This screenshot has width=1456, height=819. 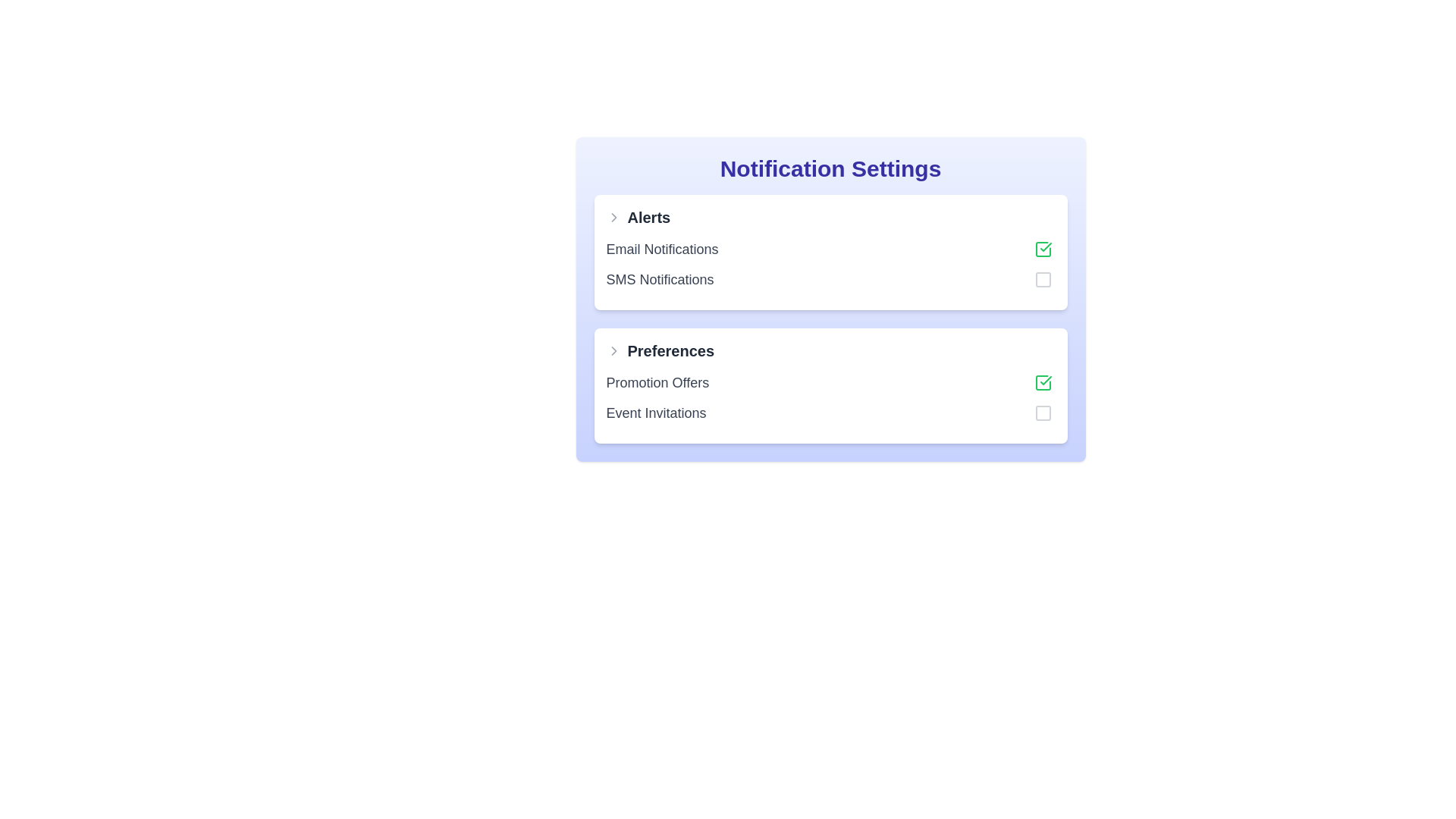 What do you see at coordinates (656, 413) in the screenshot?
I see `the static text label indicating the preference setting for event invitations in the 'Notification Settings' interface, located under the 'Preferences' section` at bounding box center [656, 413].